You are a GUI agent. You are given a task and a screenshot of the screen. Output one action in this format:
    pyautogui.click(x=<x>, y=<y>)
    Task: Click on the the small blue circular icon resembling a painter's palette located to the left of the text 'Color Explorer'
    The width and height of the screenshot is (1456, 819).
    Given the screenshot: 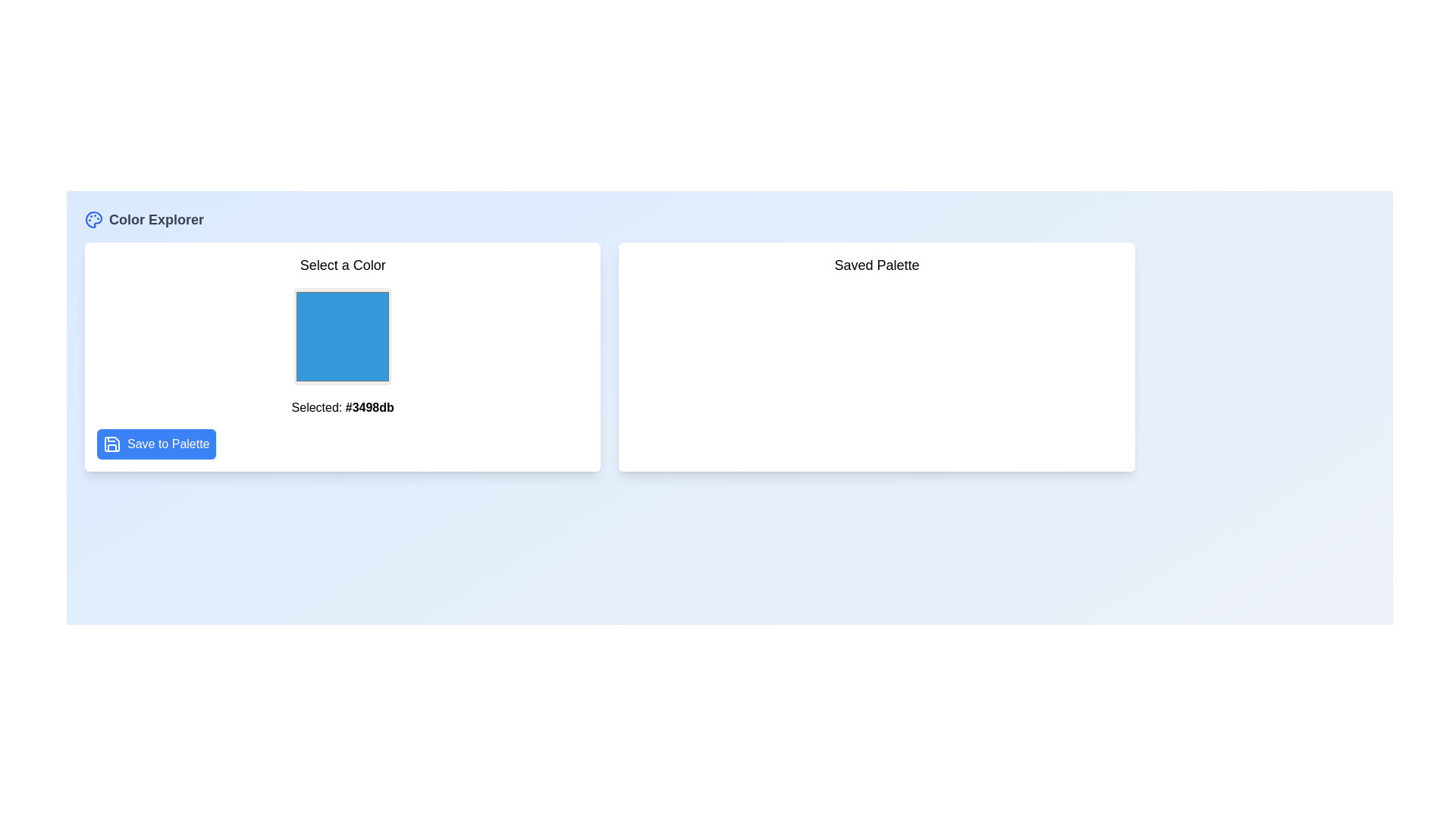 What is the action you would take?
    pyautogui.click(x=93, y=219)
    